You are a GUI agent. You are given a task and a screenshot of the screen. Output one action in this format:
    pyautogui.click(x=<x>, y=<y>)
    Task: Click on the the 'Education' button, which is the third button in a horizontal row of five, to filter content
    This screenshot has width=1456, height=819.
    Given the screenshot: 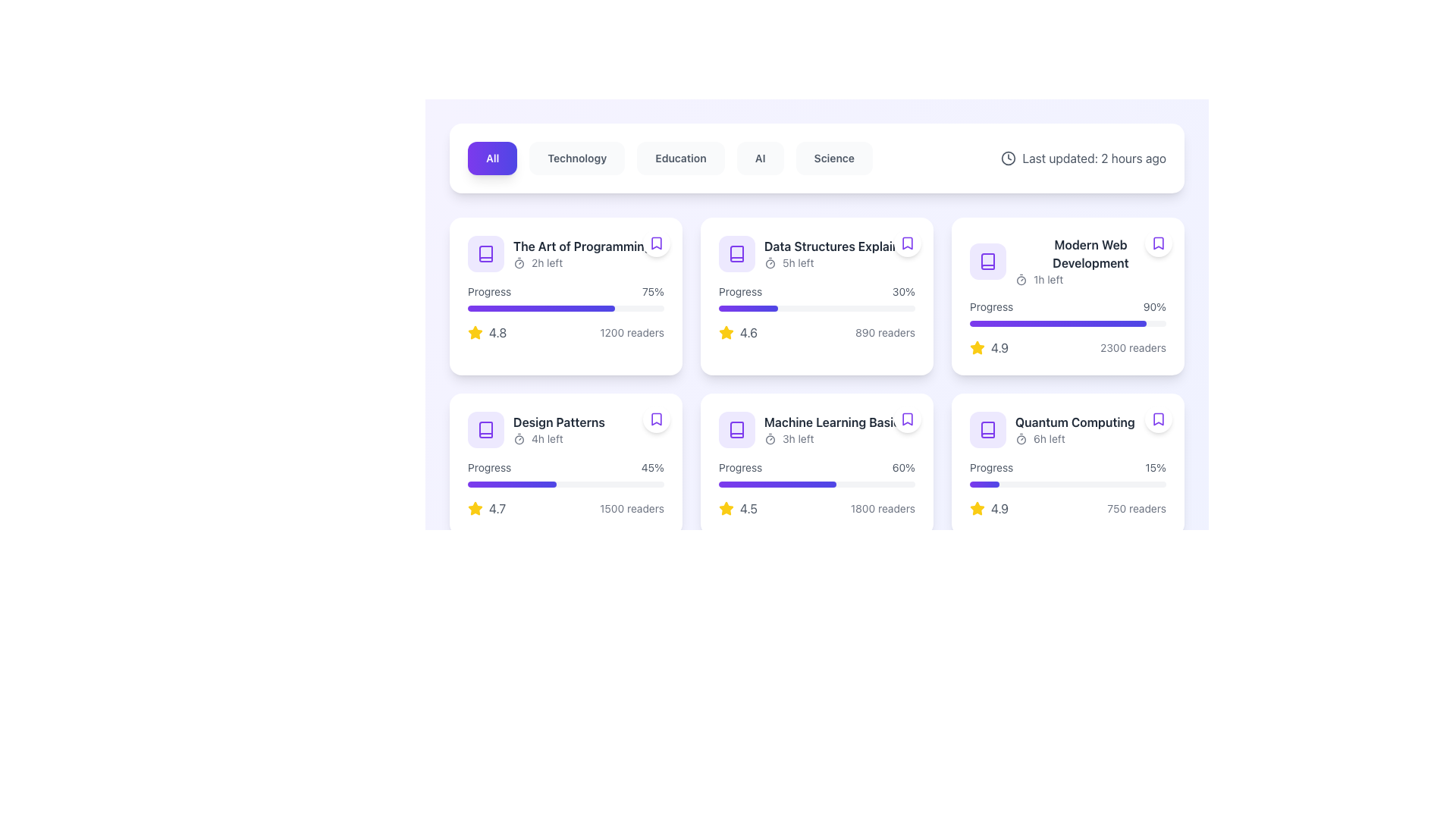 What is the action you would take?
    pyautogui.click(x=679, y=158)
    